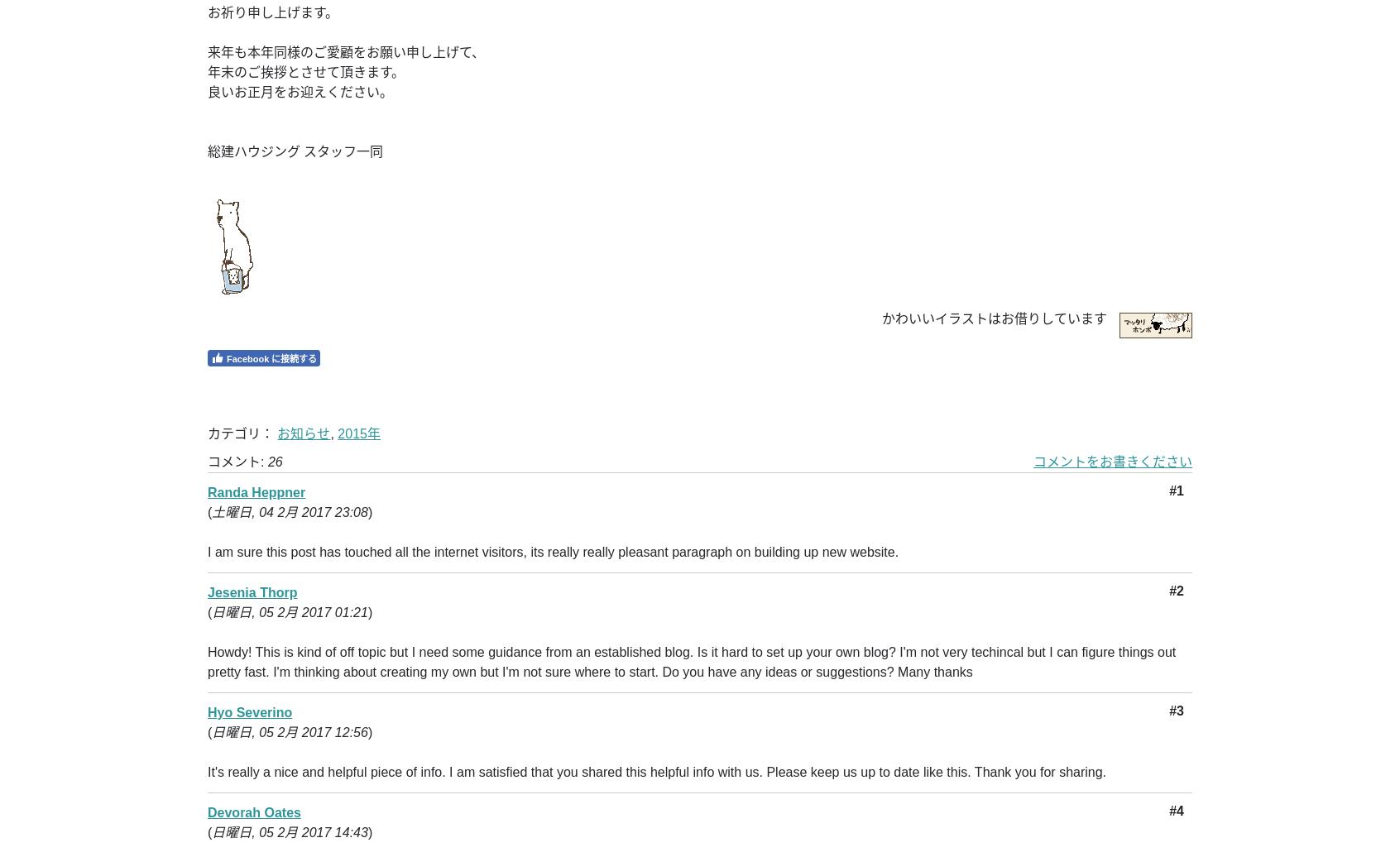  Describe the element at coordinates (553, 552) in the screenshot. I see `'I am sure this post has touched all the internet visitors, its really really pleasant paragraph on building up new website.'` at that location.